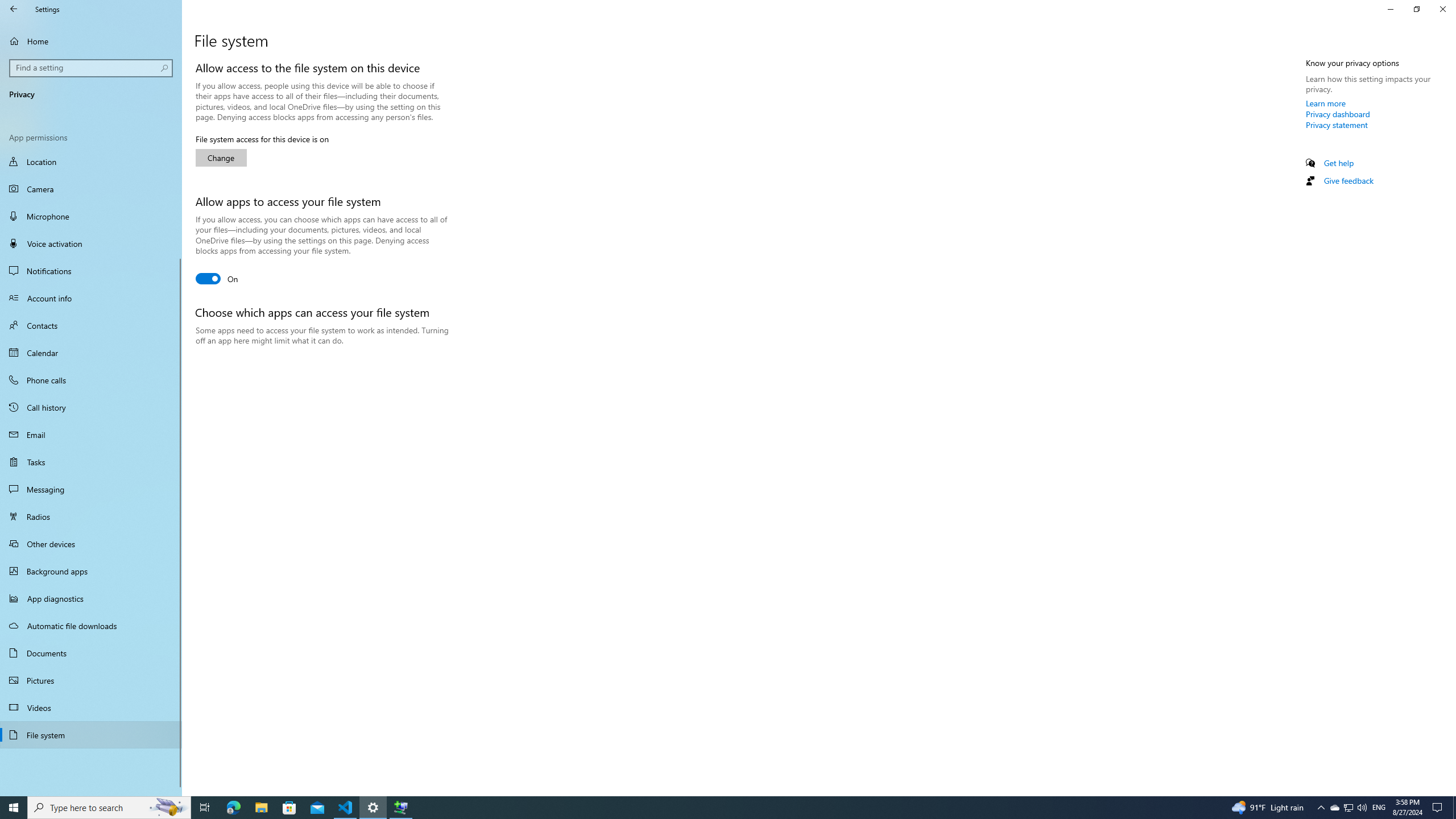 The height and width of the screenshot is (819, 1456). Describe the element at coordinates (706, 806) in the screenshot. I see `'Running applications'` at that location.